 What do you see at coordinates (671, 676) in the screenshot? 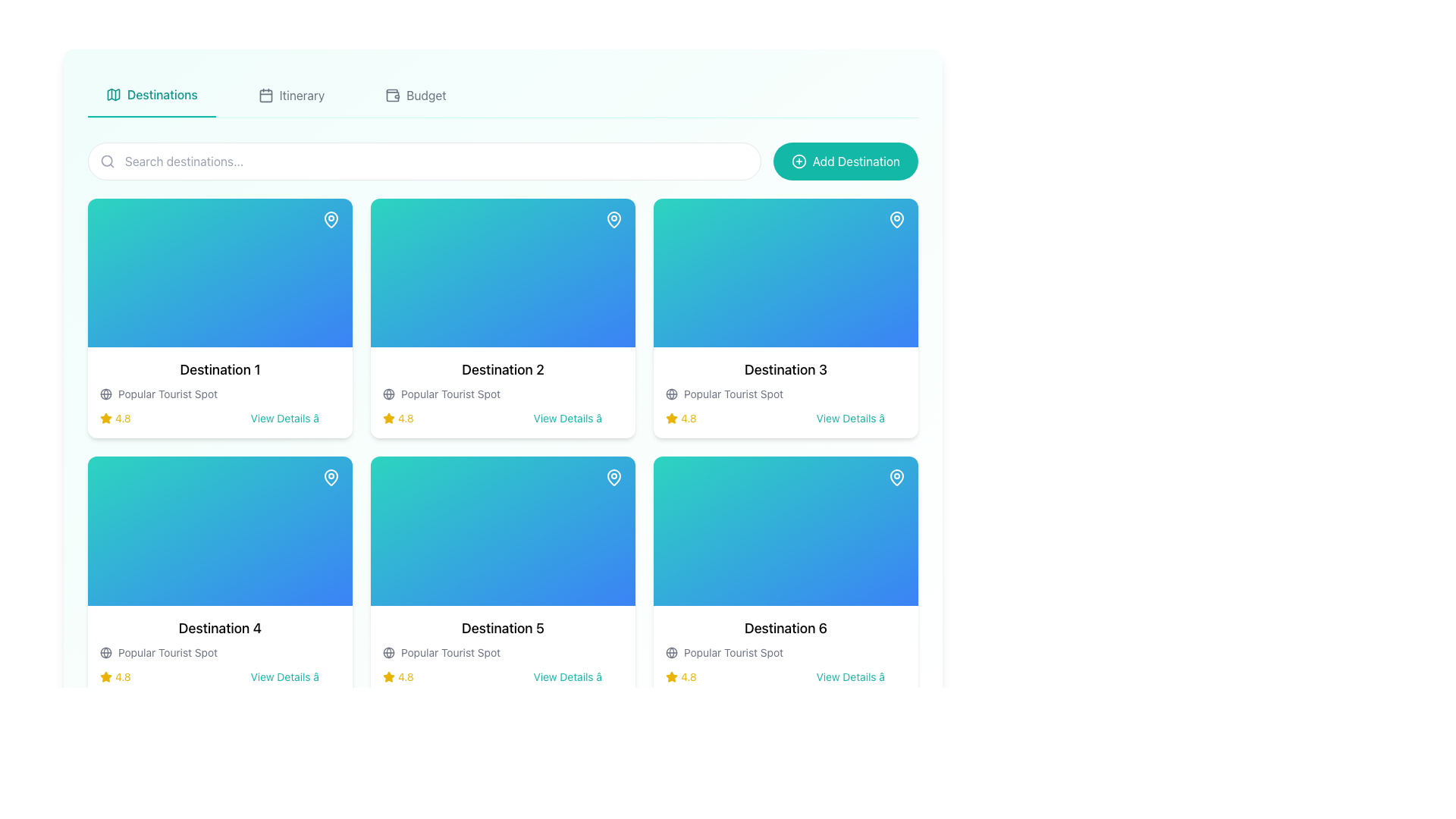
I see `the star icon that represents the rating for 'Destination 6', which is positioned directly below the title and above the description text 'Popular Tourist Spot'` at bounding box center [671, 676].